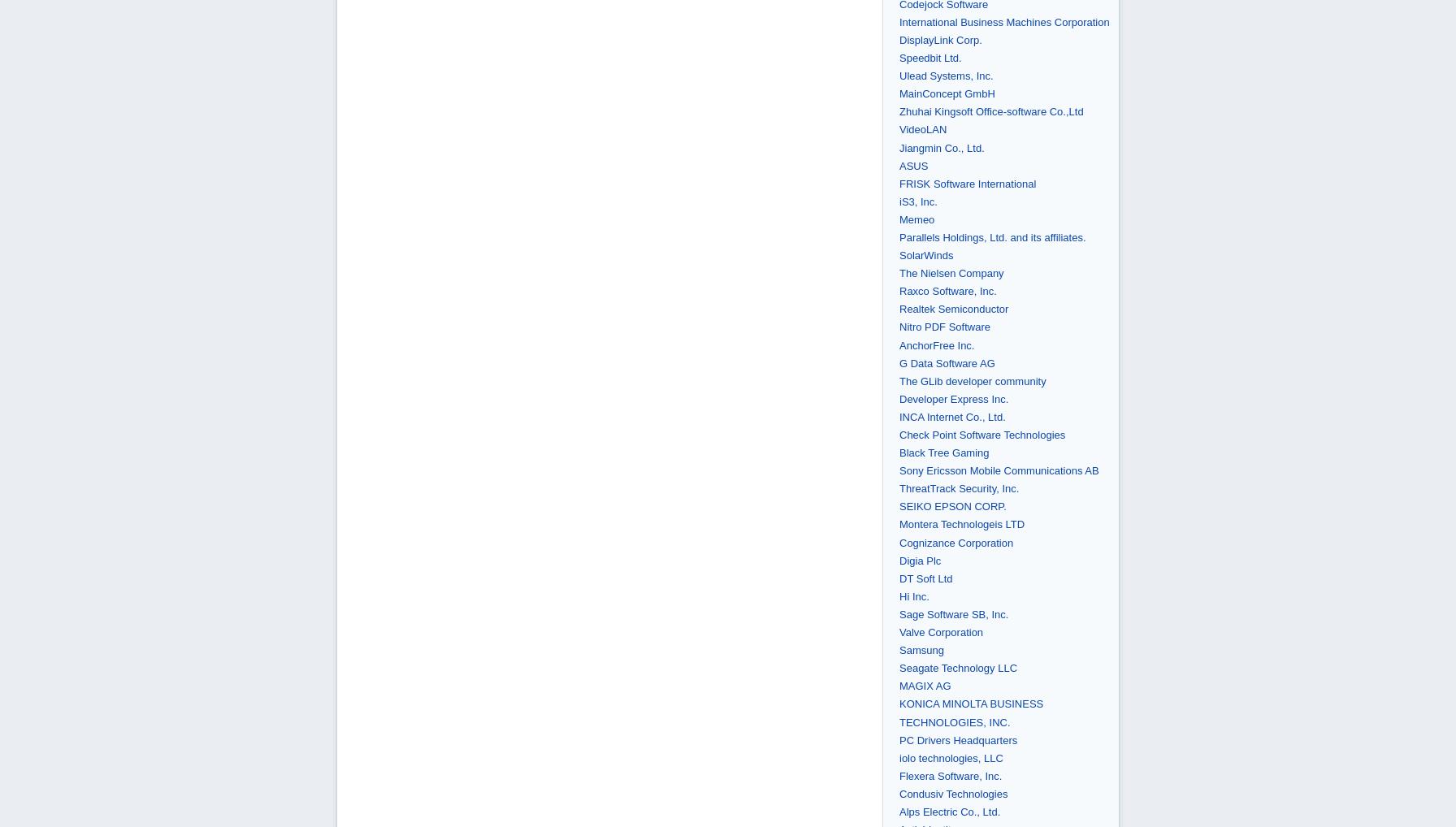 This screenshot has height=827, width=1456. I want to click on 'Flexera Software, Inc.', so click(950, 774).